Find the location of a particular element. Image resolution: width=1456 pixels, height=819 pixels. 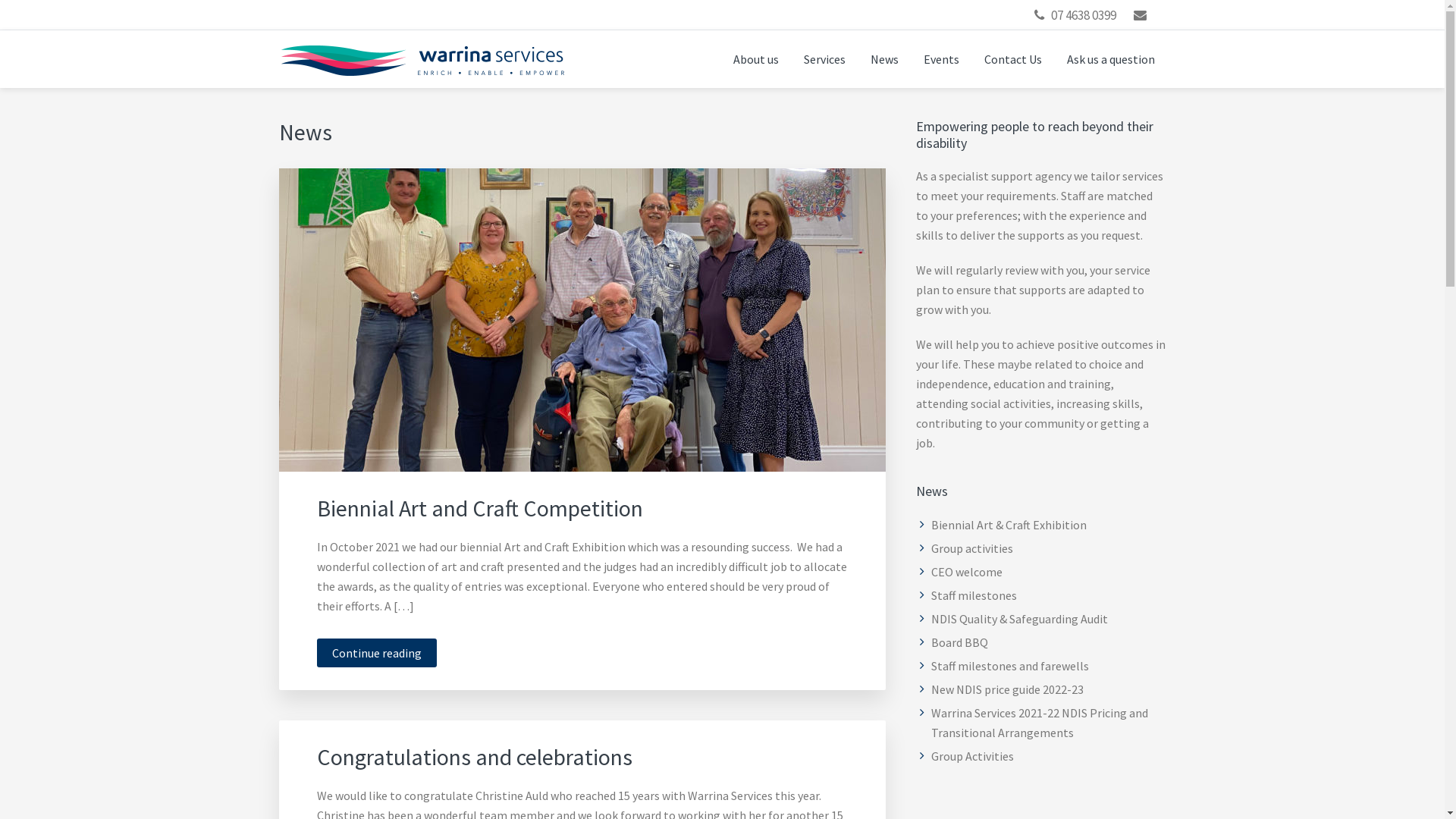

'Ask us a question' is located at coordinates (1055, 58).